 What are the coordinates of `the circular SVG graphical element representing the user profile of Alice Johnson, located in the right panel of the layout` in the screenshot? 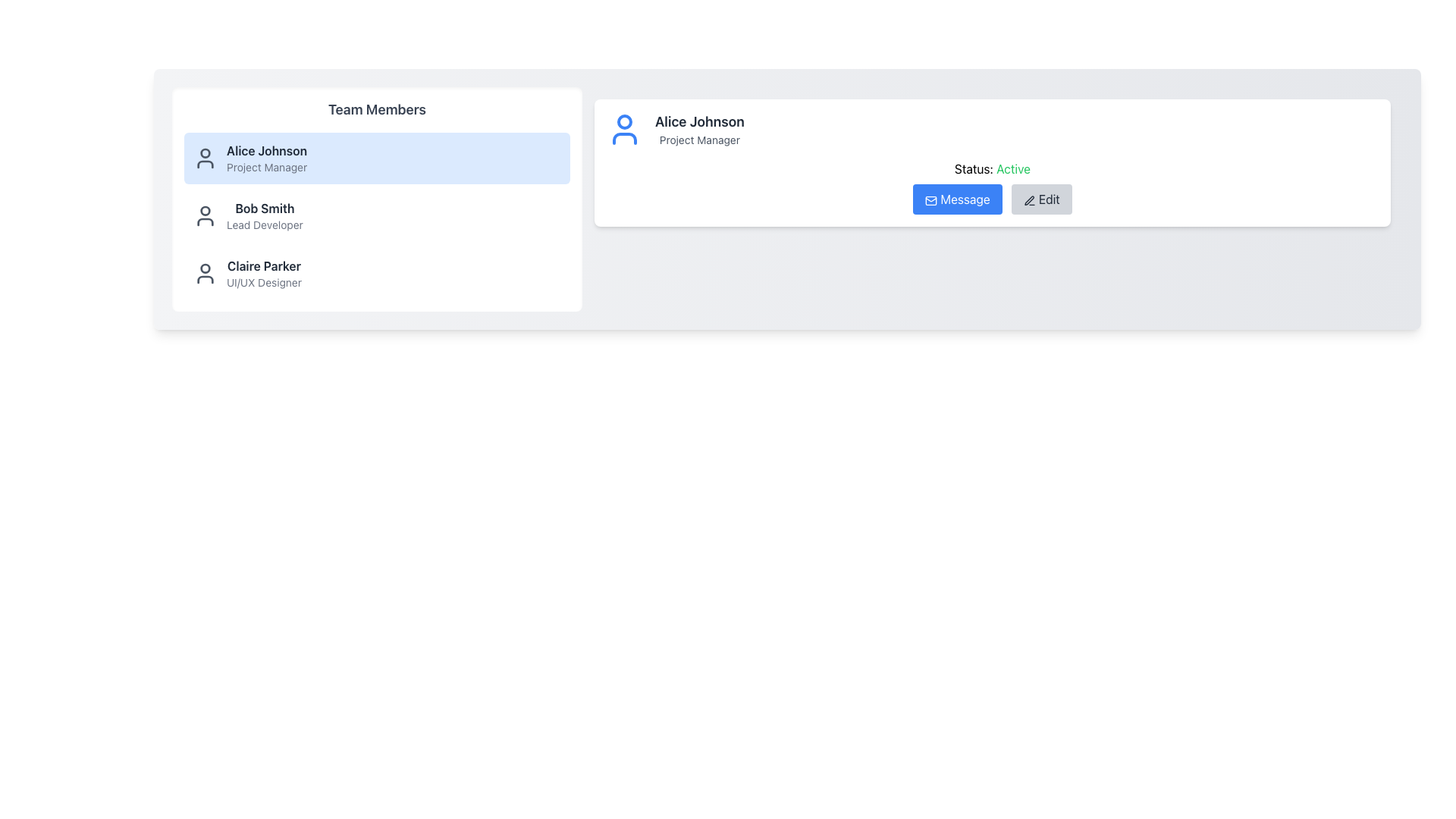 It's located at (625, 121).